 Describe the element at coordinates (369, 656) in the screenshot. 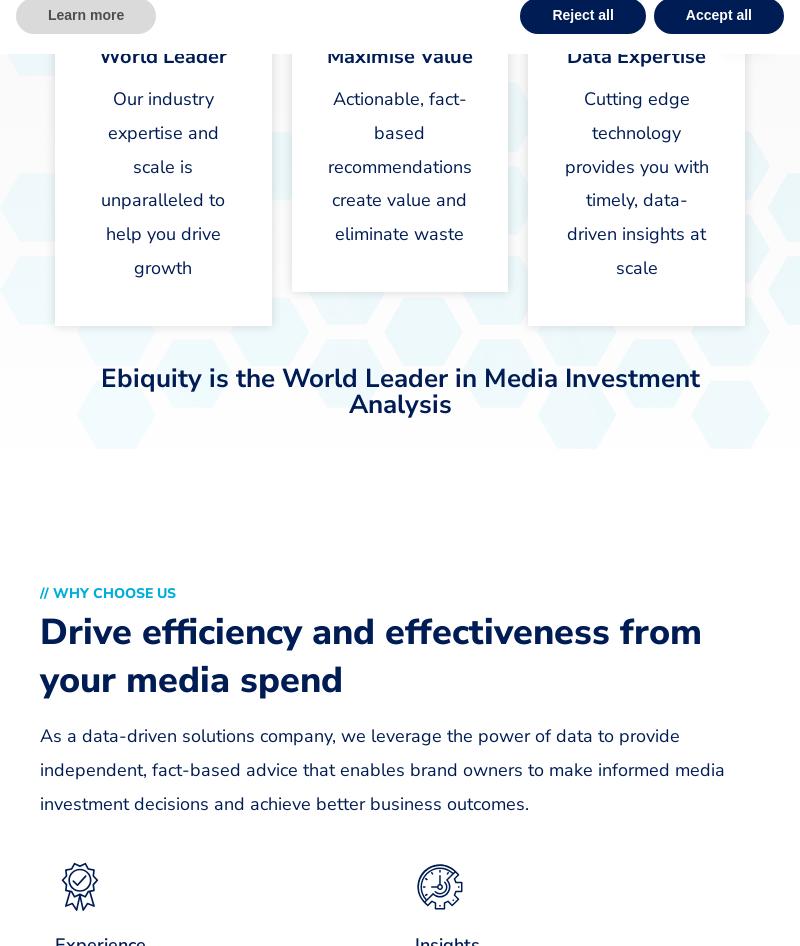

I see `'Drive efficiency and effectiveness from your media spend'` at that location.